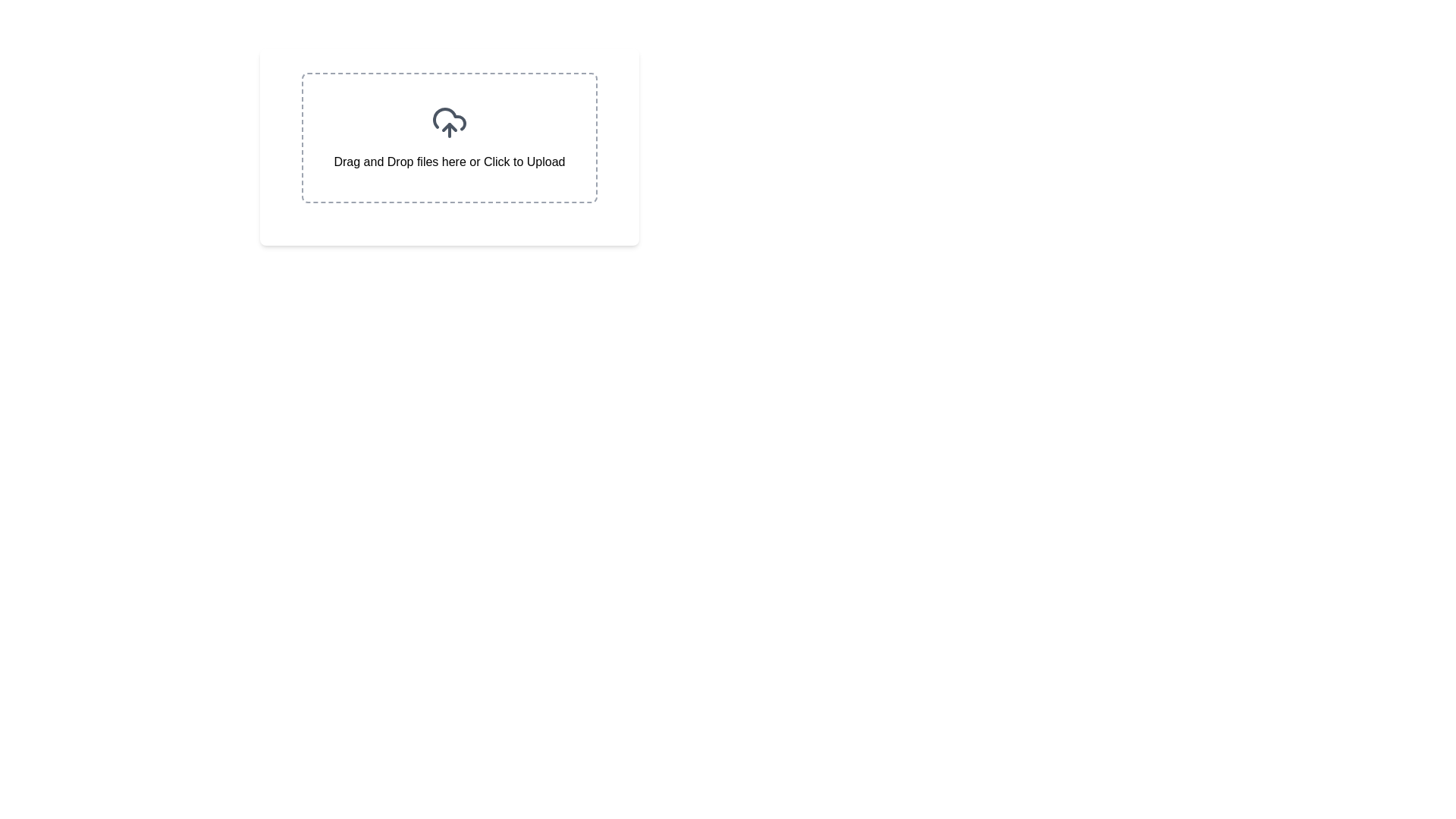 Image resolution: width=1456 pixels, height=819 pixels. What do you see at coordinates (449, 137) in the screenshot?
I see `files into the Interactive file upload area, which features a dashed border and rounded corners` at bounding box center [449, 137].